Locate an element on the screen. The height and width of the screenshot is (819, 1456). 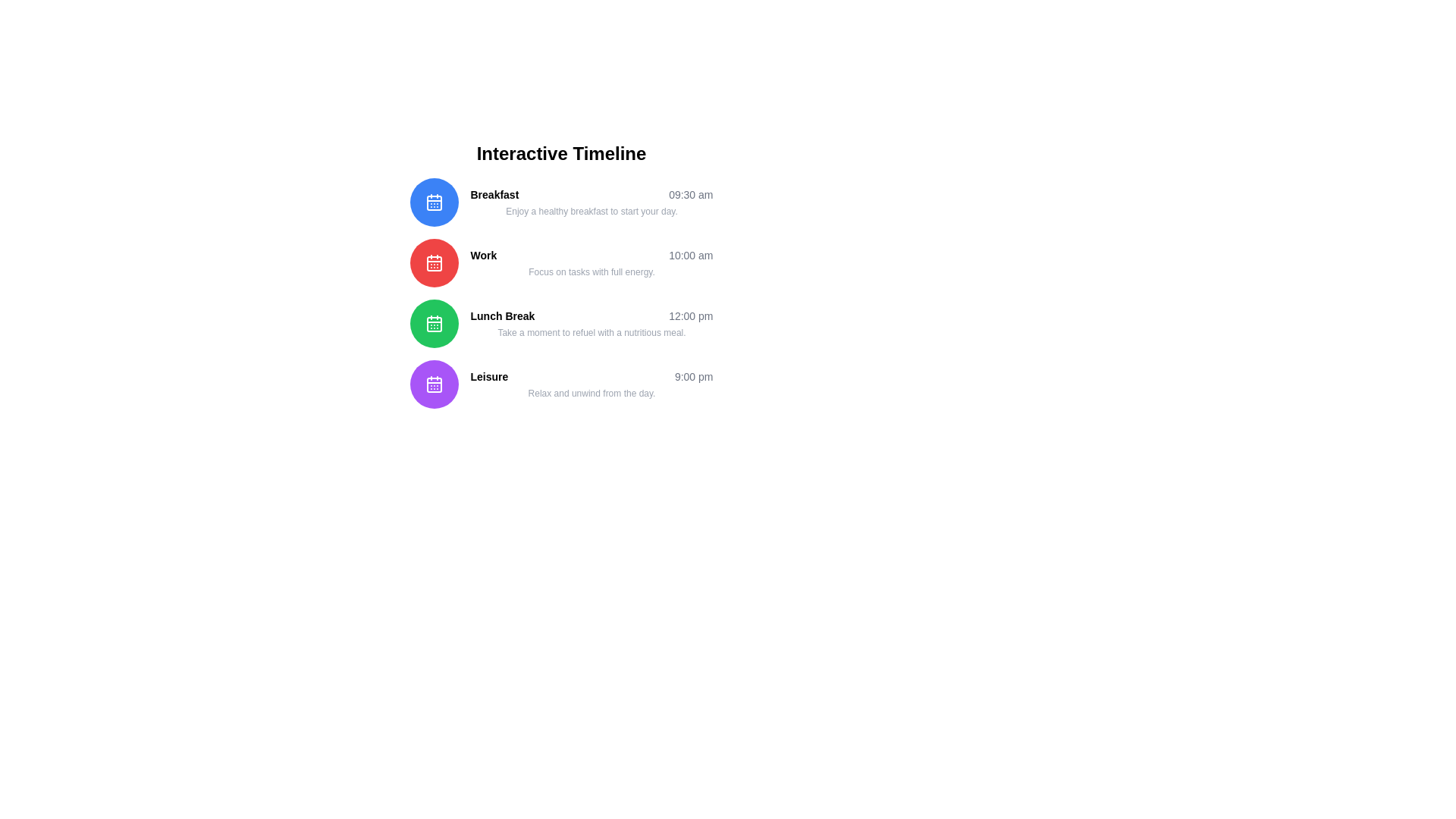
the second list item displaying event or task details, located below 'Breakfast' and above 'Lunch Break' is located at coordinates (591, 262).